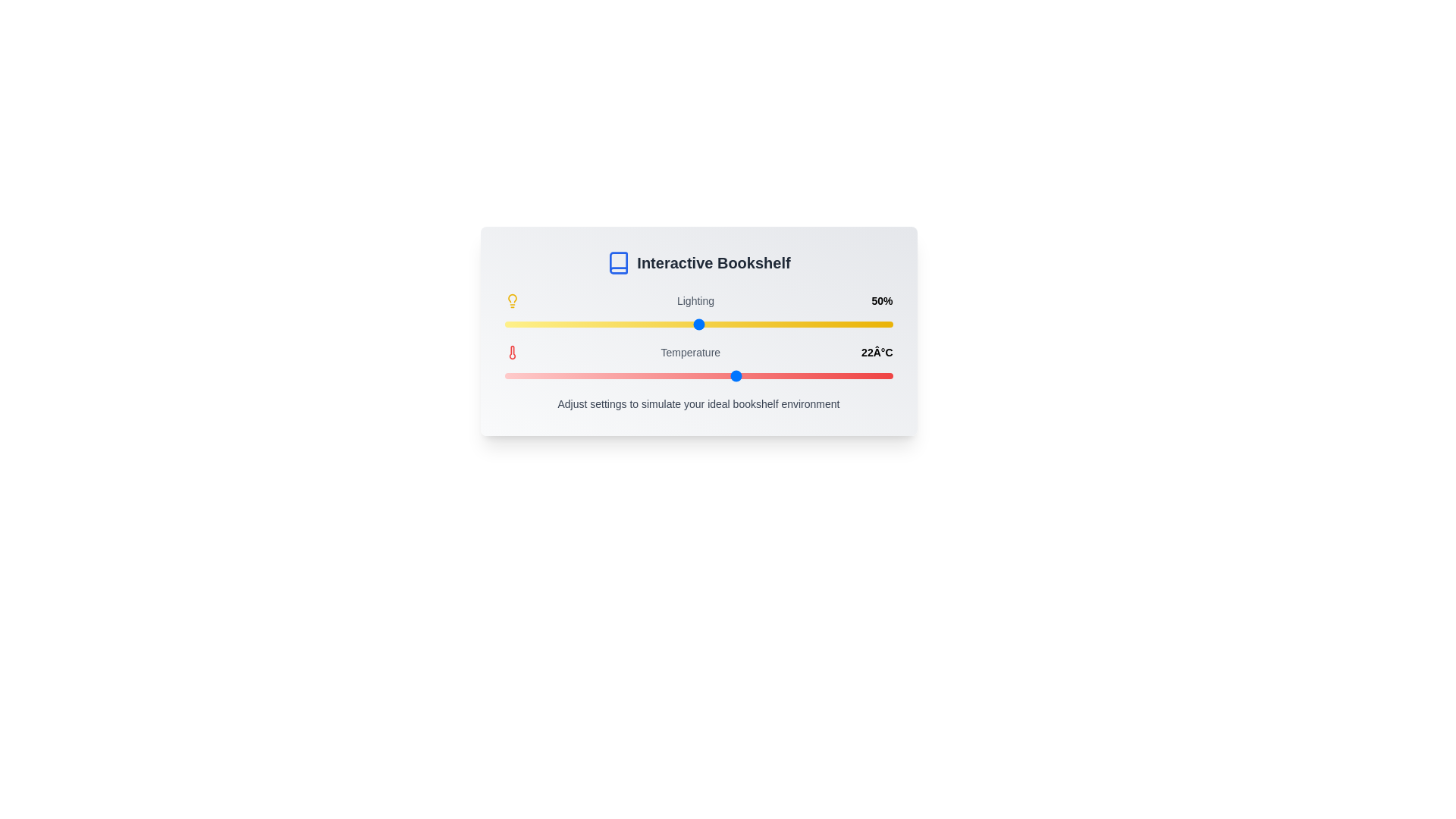 The width and height of the screenshot is (1456, 819). I want to click on the temperature slider to 12°C, so click(543, 375).